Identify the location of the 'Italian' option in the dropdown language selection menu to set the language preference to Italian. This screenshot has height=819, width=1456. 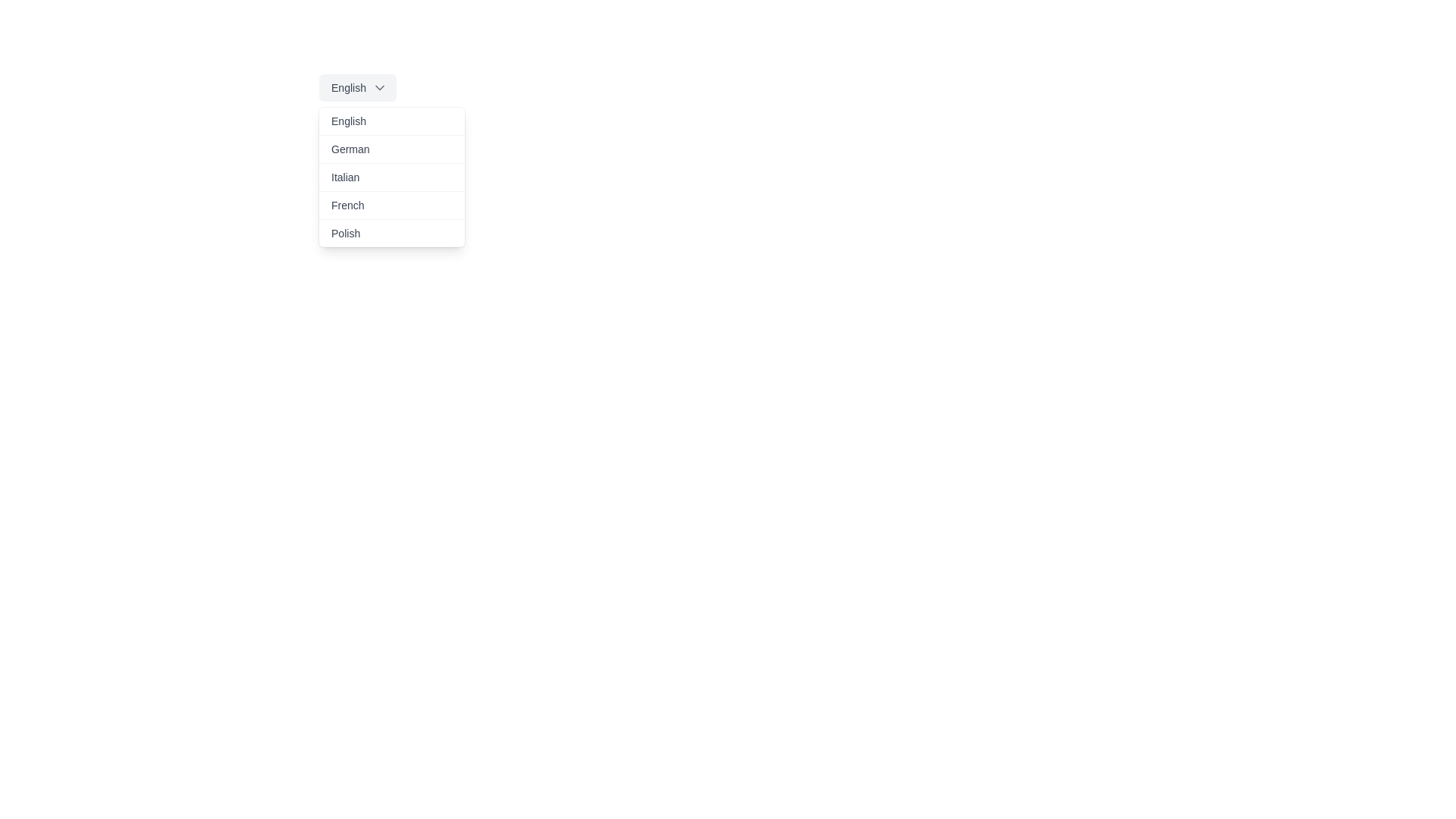
(392, 177).